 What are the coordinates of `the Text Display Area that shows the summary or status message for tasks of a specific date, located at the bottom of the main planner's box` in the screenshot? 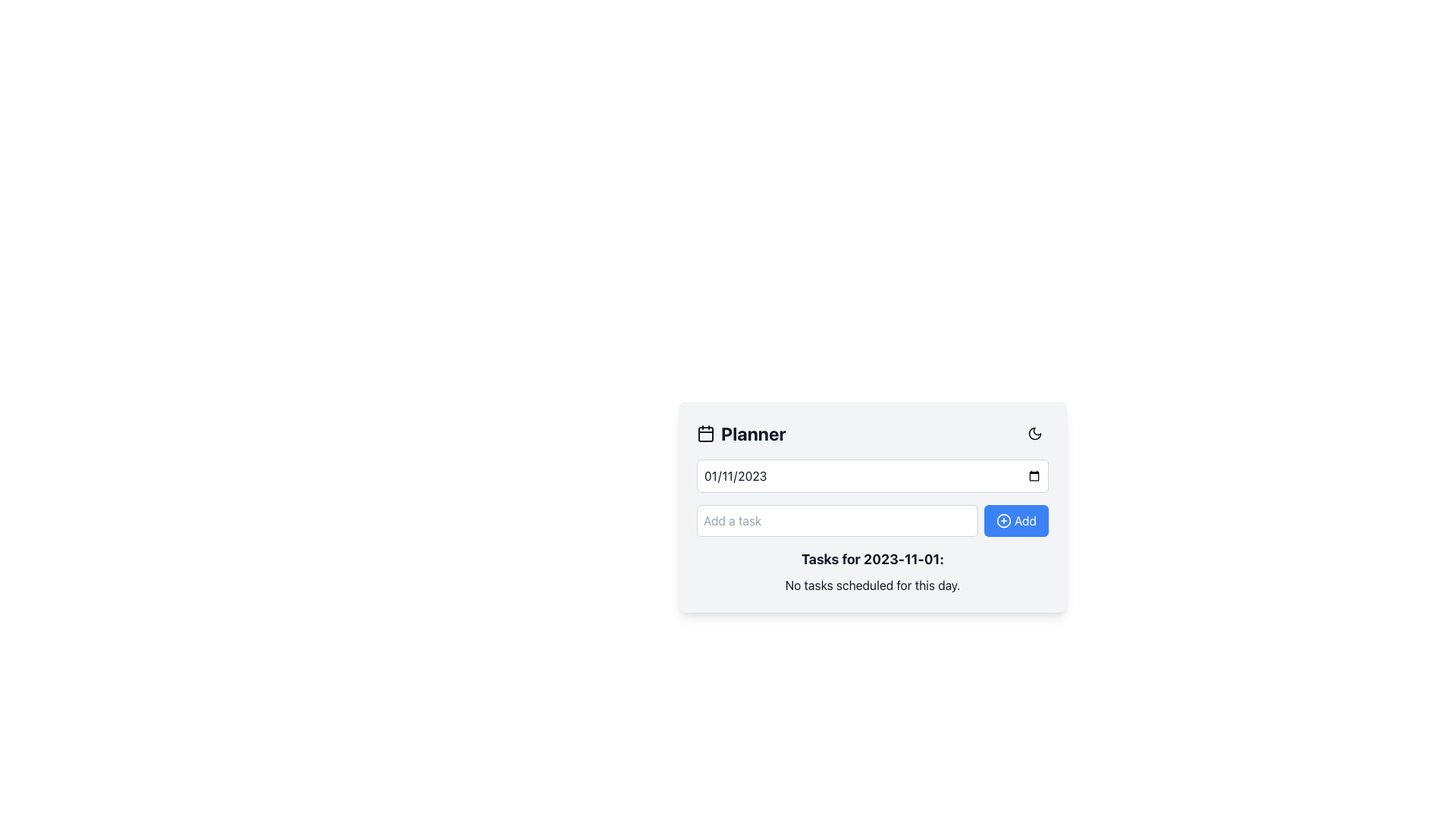 It's located at (873, 571).